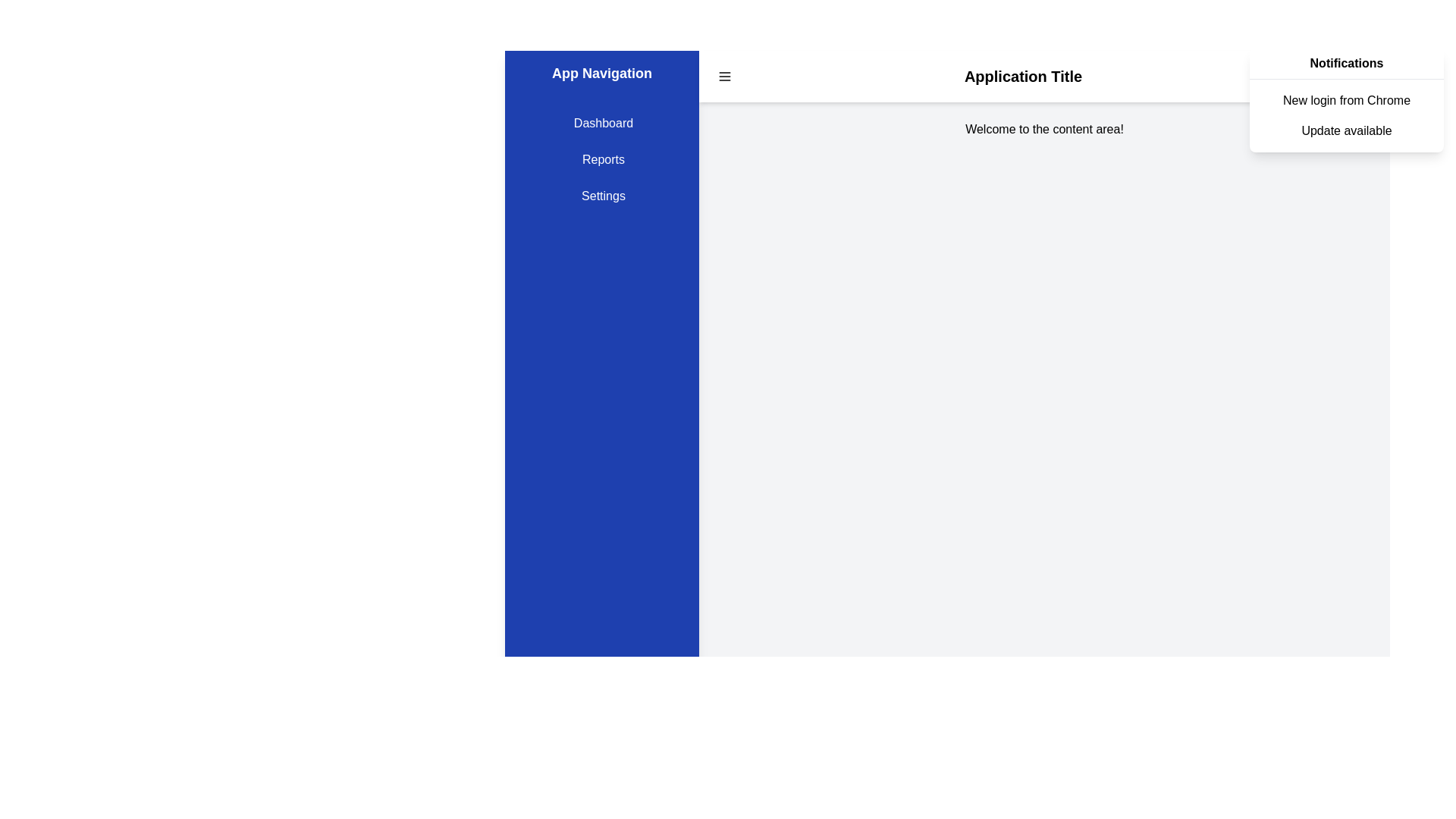 This screenshot has height=819, width=1456. I want to click on the static text label 'App Navigation' which is styled in bold and positioned at the top of the sidebar area, so click(601, 73).